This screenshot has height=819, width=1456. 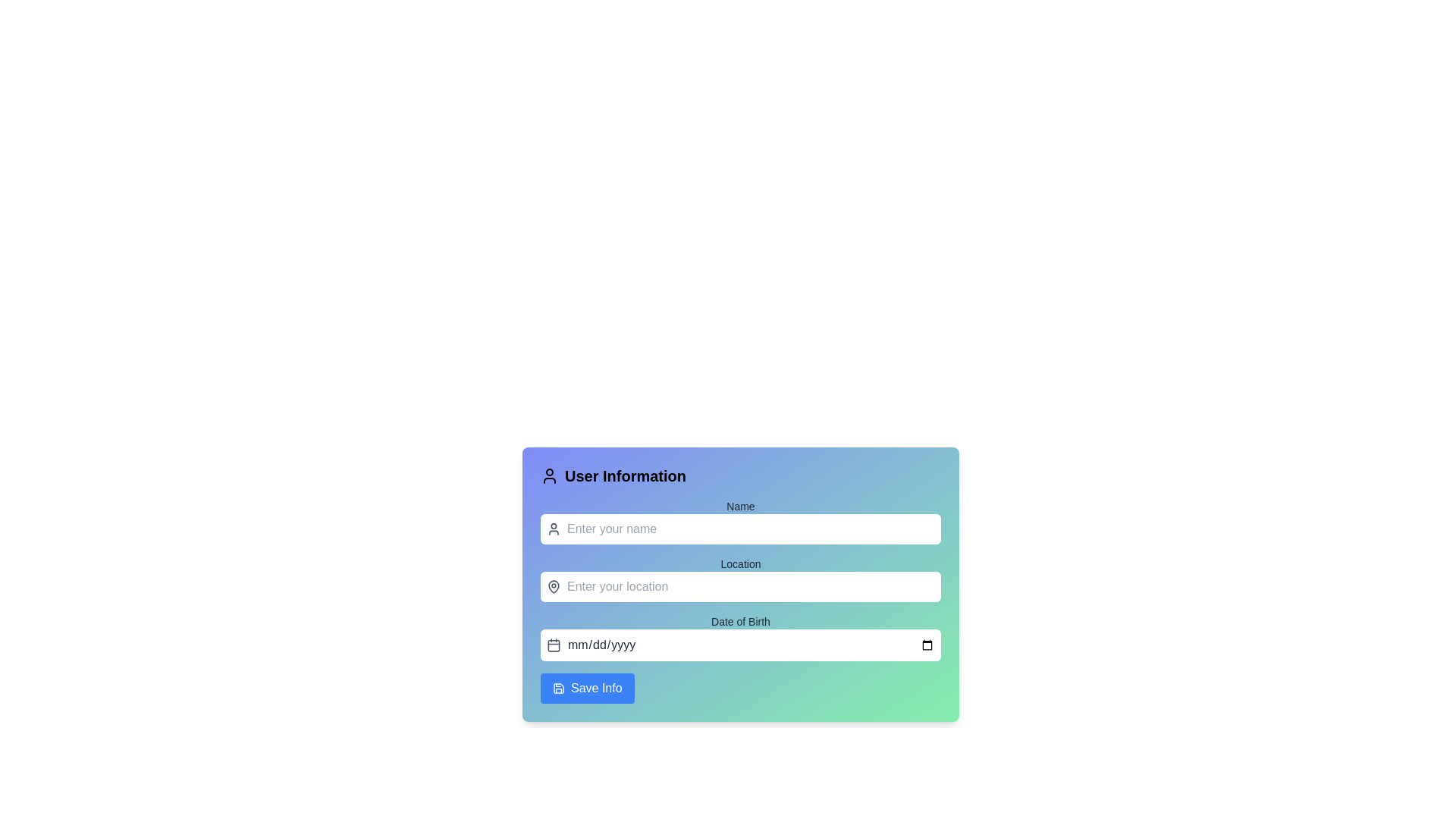 What do you see at coordinates (586, 688) in the screenshot?
I see `the blue button labeled 'Save Info' with a floppy disk icon` at bounding box center [586, 688].